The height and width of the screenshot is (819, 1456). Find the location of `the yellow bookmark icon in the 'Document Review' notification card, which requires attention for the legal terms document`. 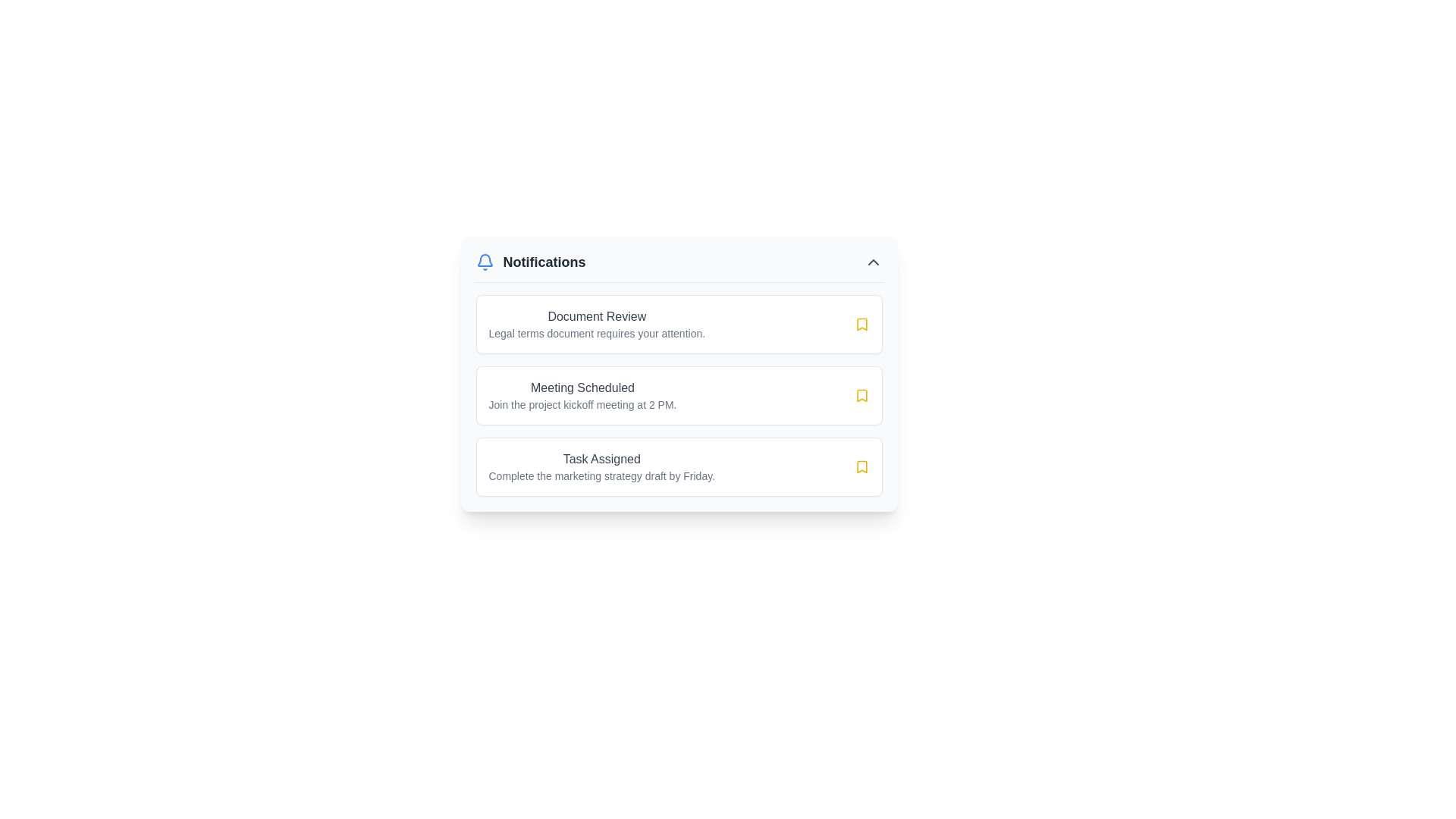

the yellow bookmark icon in the 'Document Review' notification card, which requires attention for the legal terms document is located at coordinates (861, 324).